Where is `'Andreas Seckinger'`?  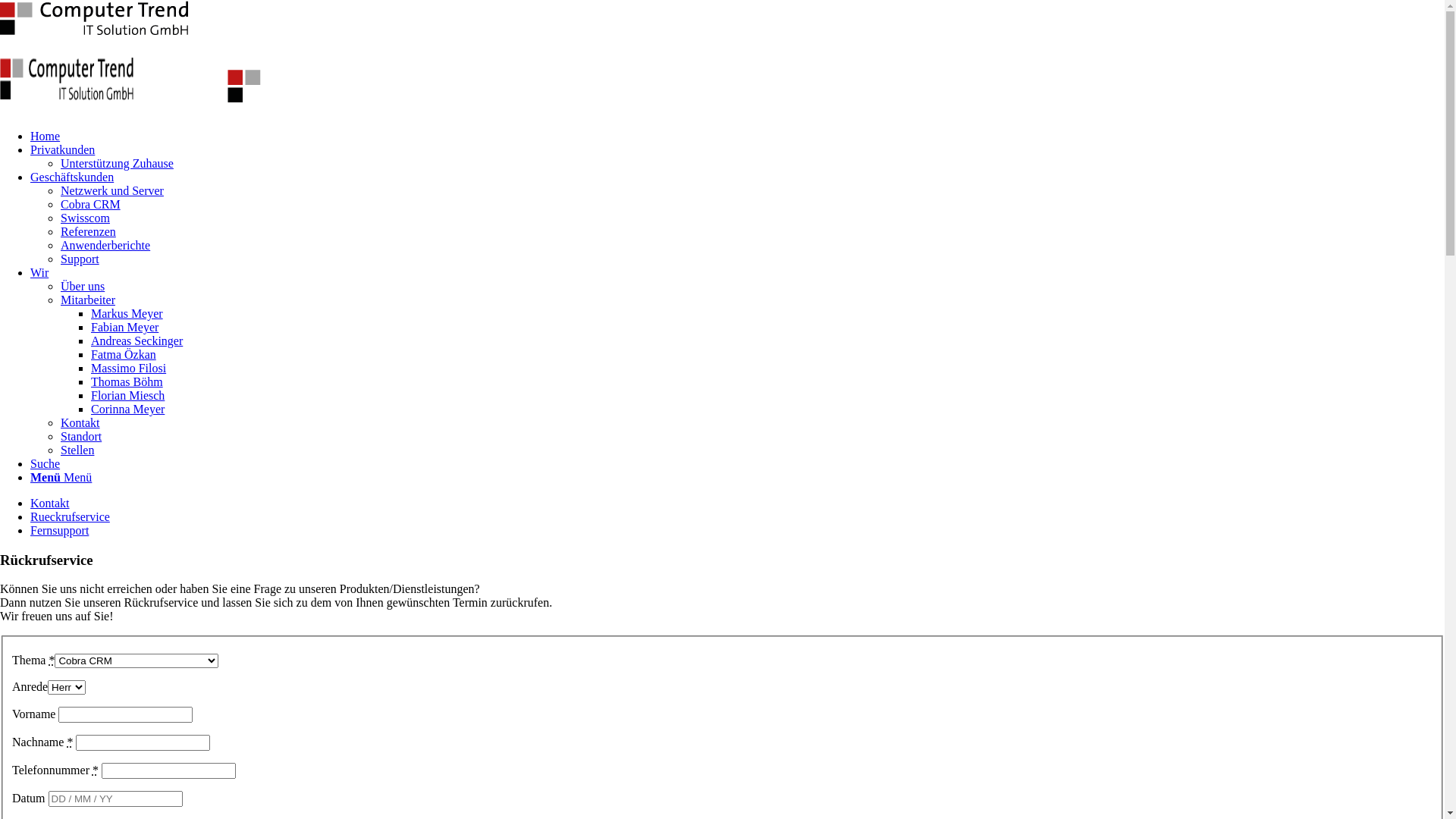
'Andreas Seckinger' is located at coordinates (136, 340).